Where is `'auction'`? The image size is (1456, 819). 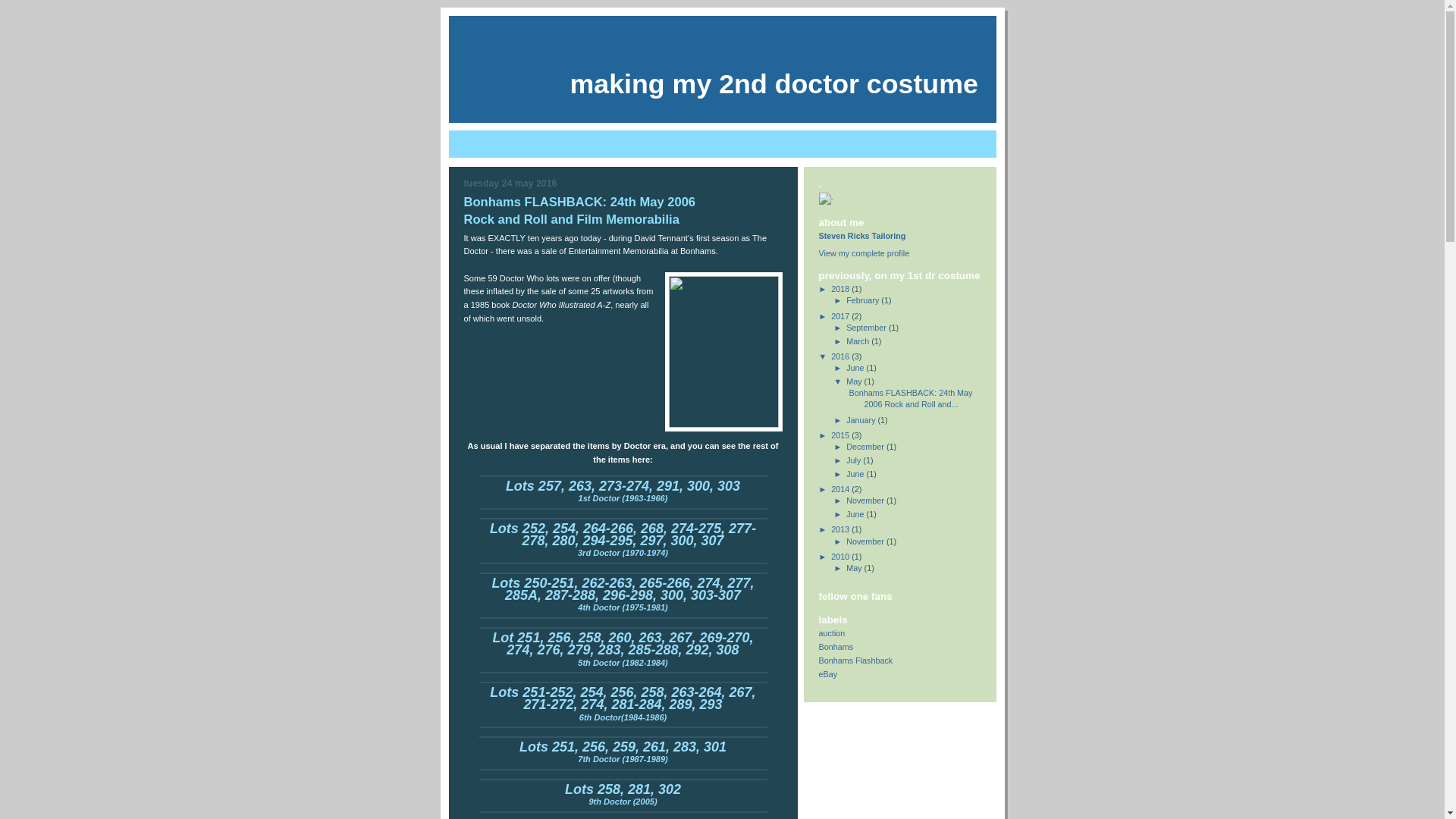 'auction' is located at coordinates (831, 632).